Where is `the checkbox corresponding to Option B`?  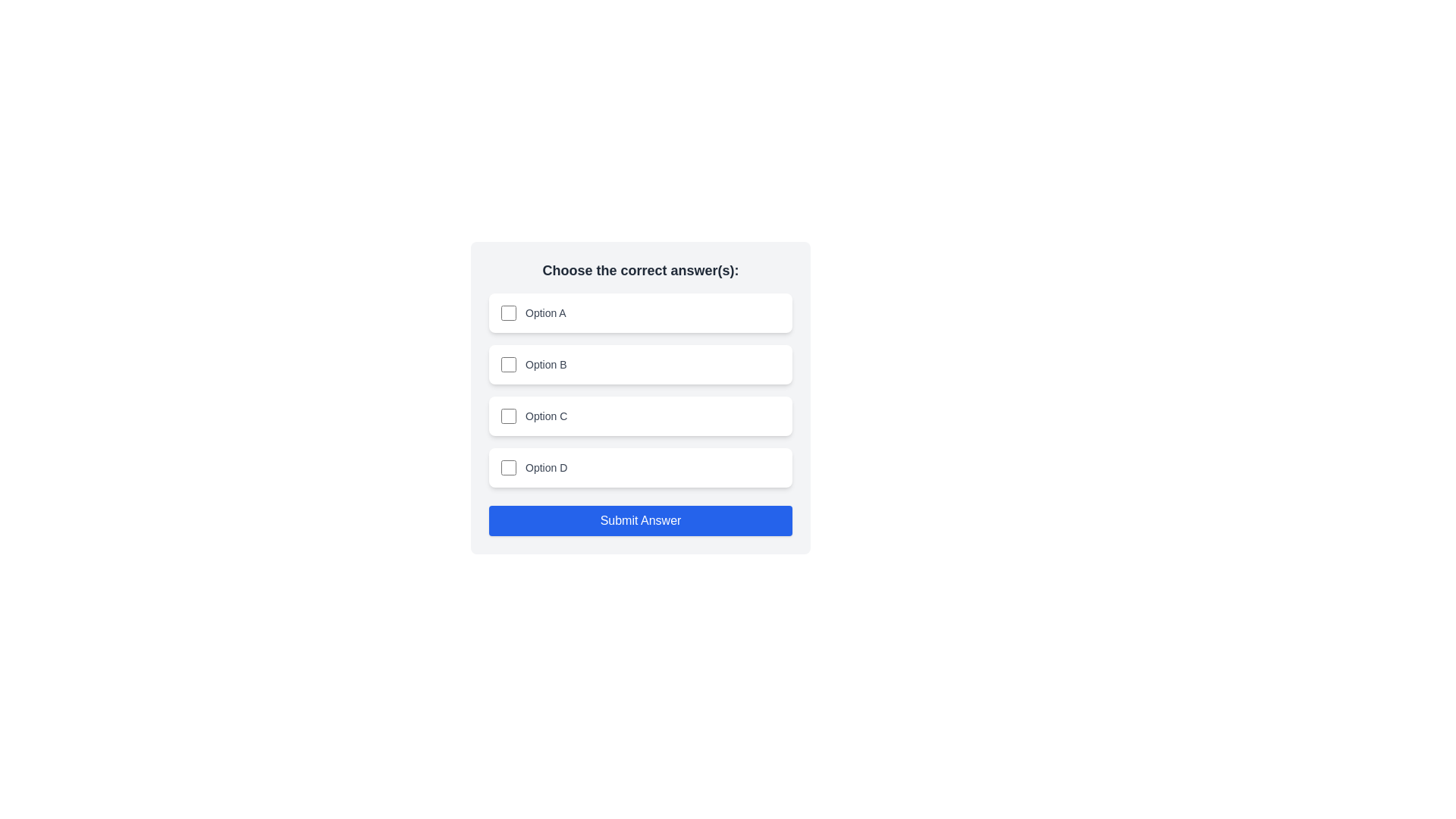 the checkbox corresponding to Option B is located at coordinates (509, 365).